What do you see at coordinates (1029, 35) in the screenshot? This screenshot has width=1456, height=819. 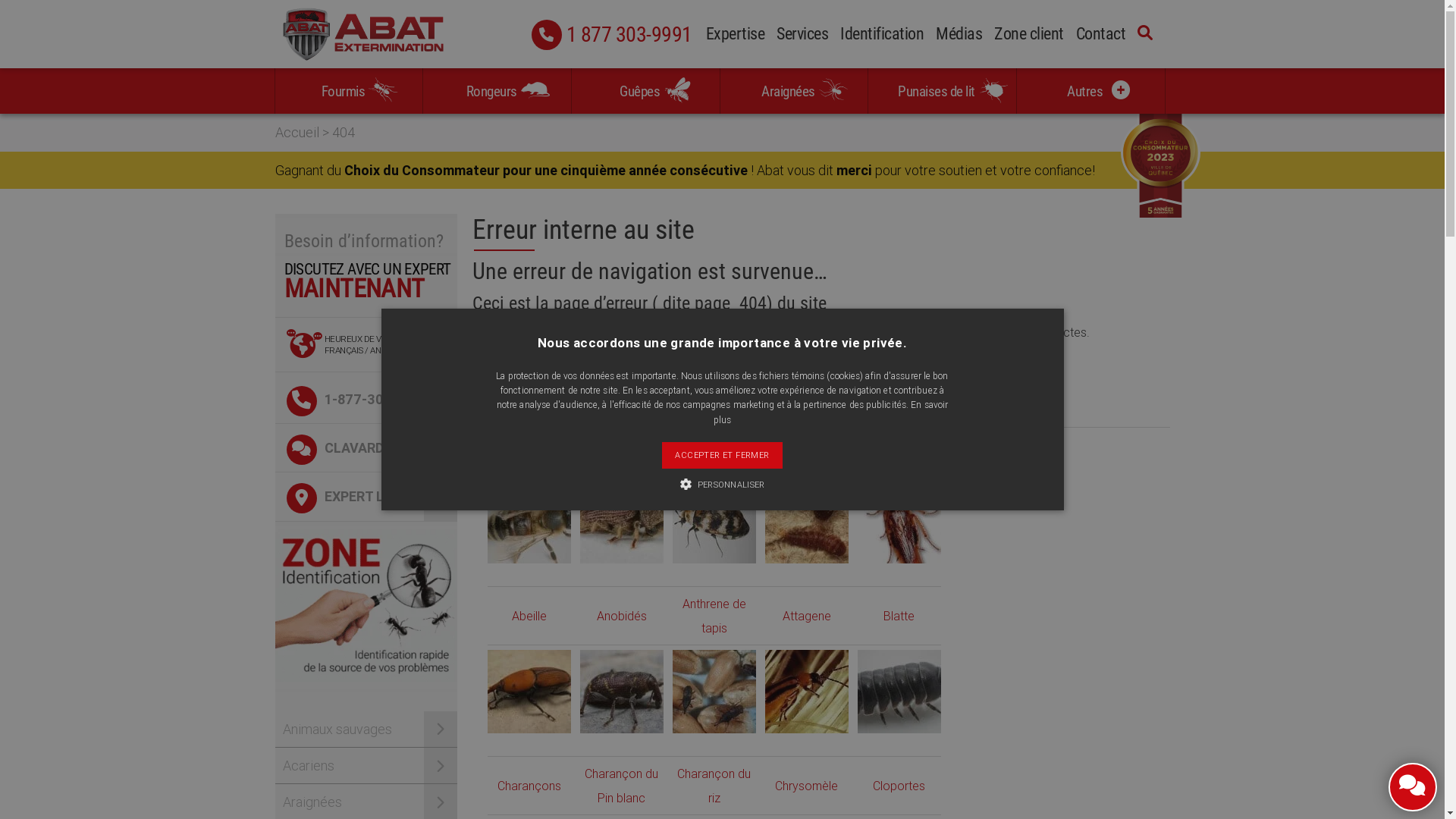 I see `'Zone client'` at bounding box center [1029, 35].